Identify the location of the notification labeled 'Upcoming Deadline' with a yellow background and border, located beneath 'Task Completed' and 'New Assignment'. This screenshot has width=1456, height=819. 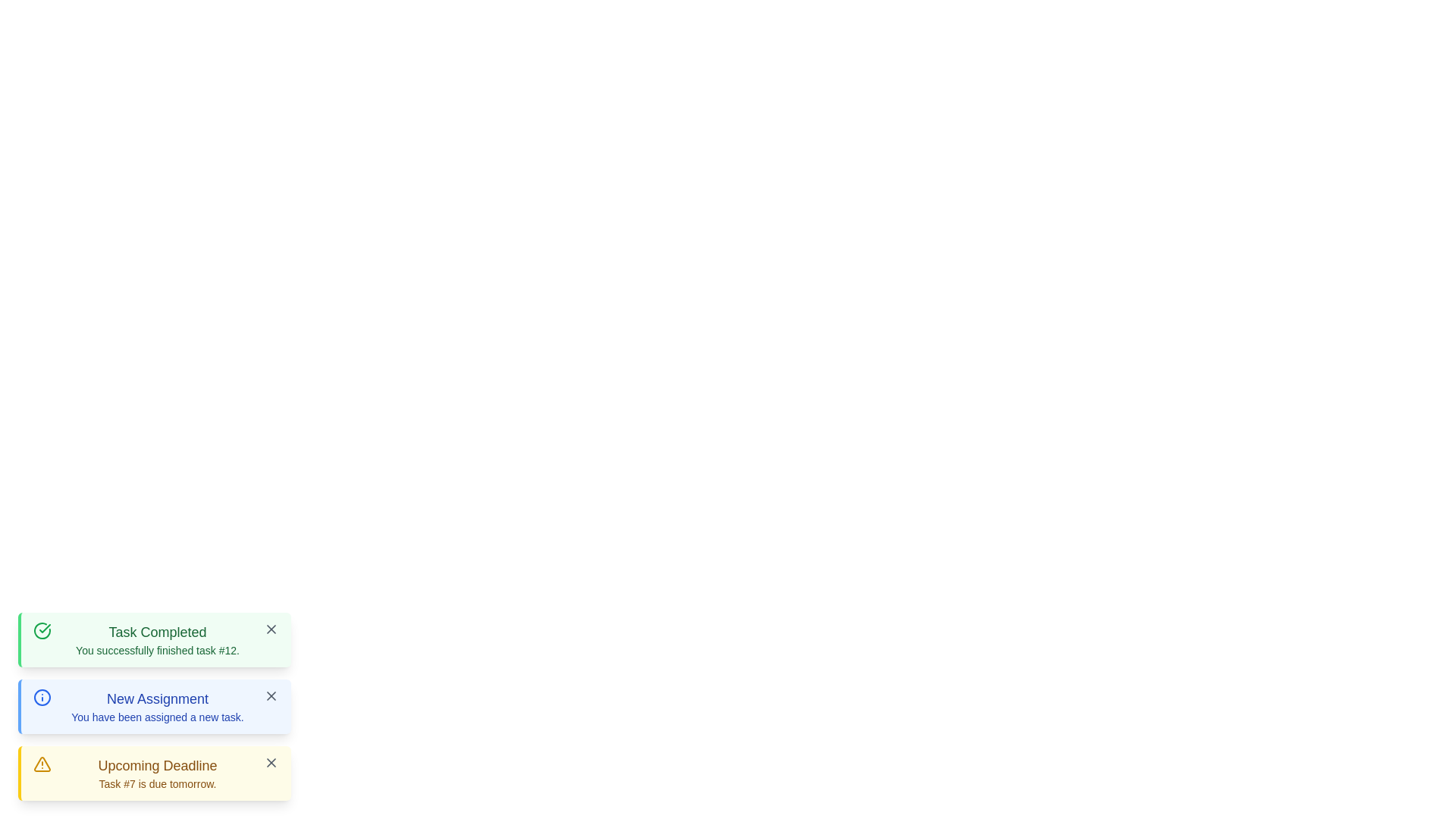
(157, 773).